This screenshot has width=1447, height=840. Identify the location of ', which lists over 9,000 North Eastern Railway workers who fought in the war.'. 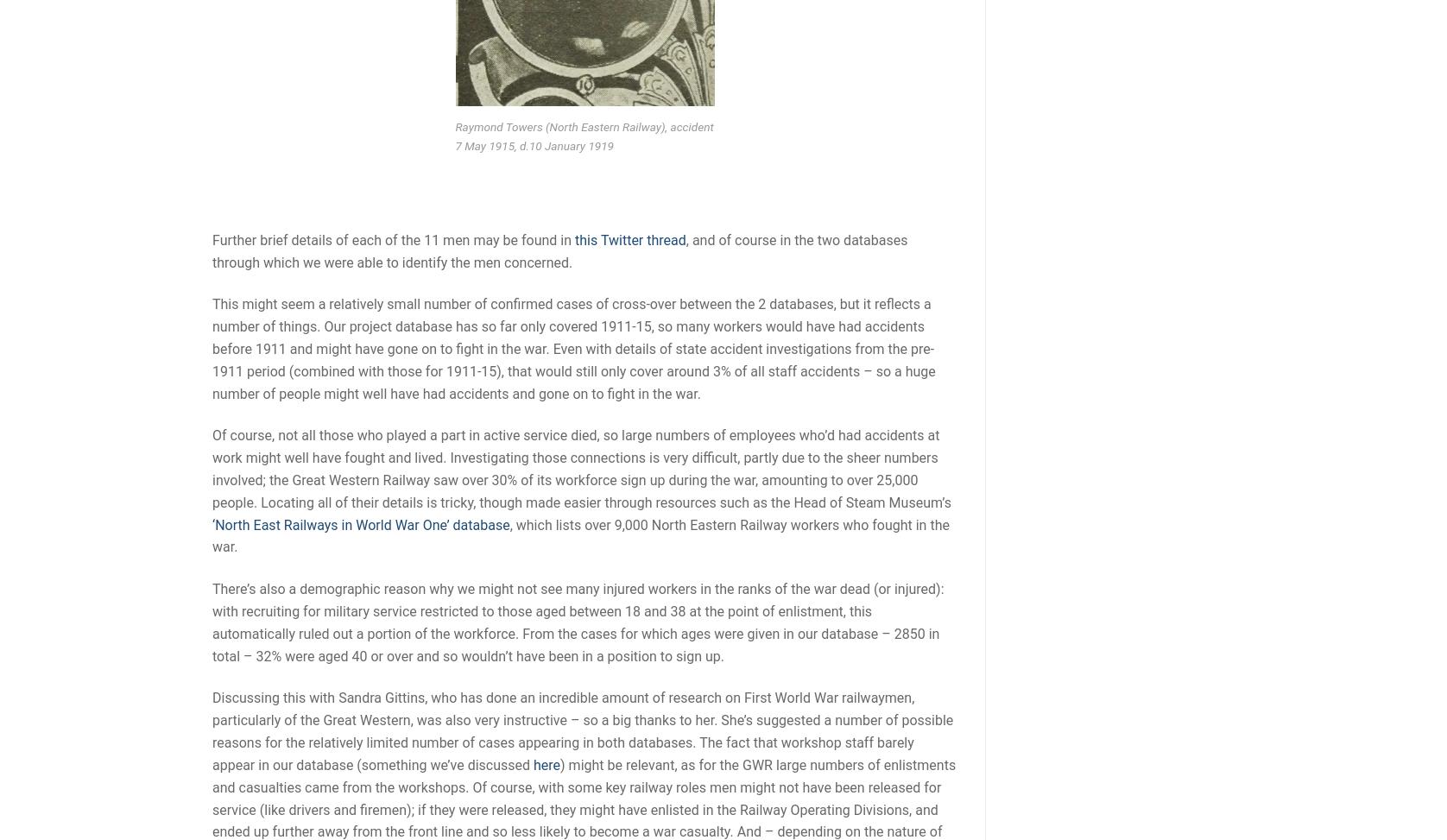
(212, 535).